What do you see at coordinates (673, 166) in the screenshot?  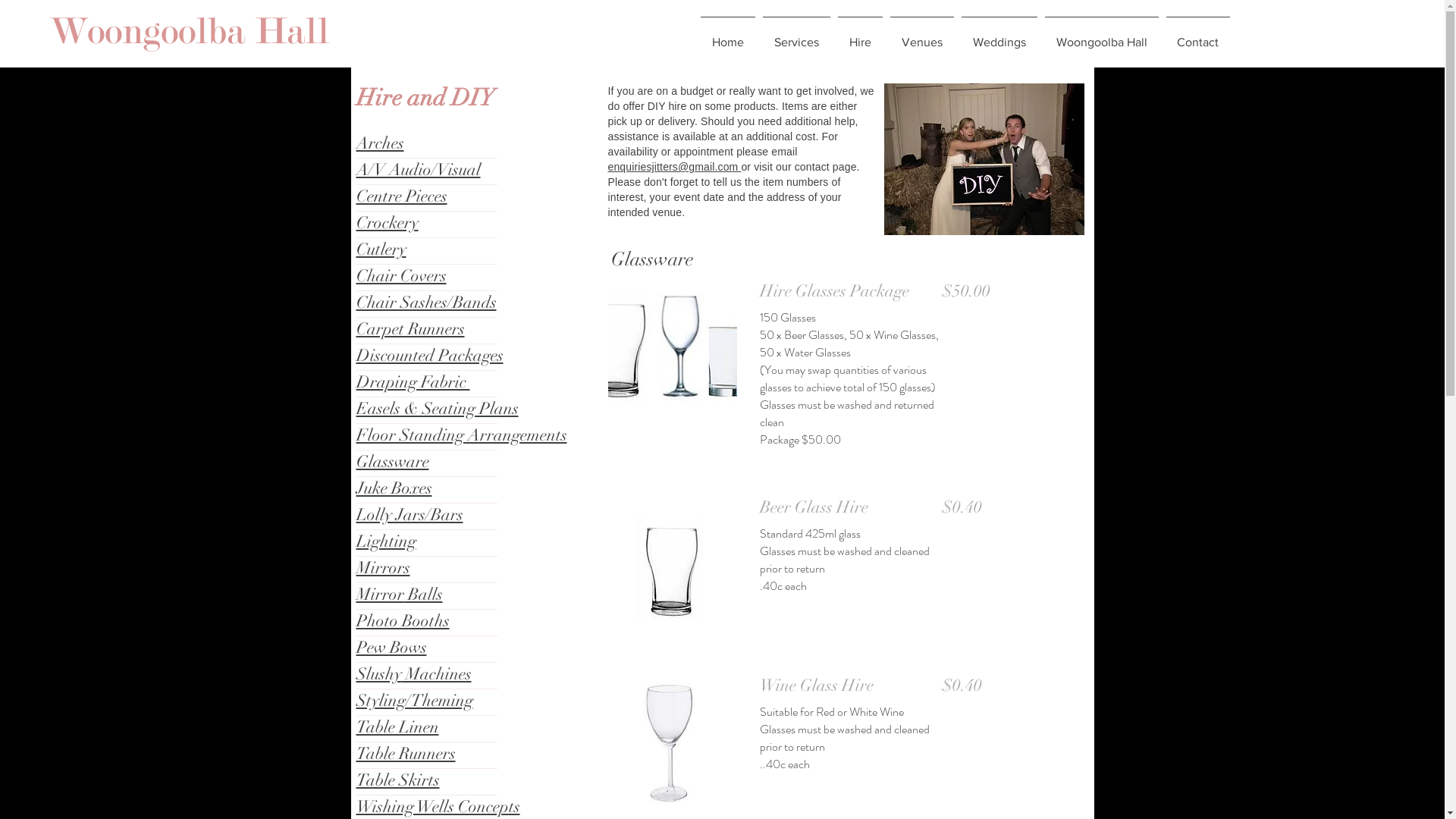 I see `'enquiriesjitters@gmail.com '` at bounding box center [673, 166].